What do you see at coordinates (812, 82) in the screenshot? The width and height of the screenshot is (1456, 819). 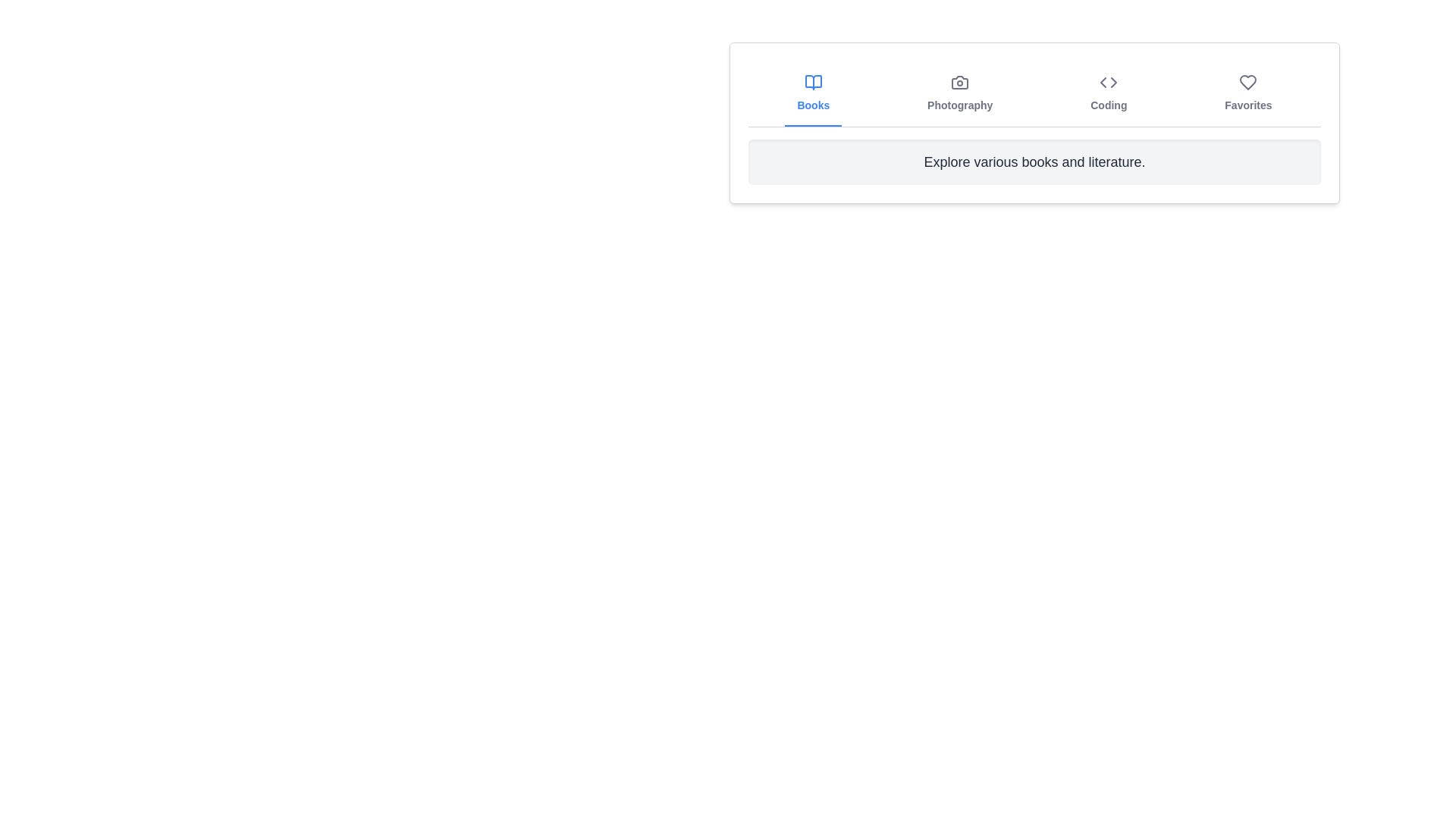 I see `the open book icon in the navigation section labeled 'Books'` at bounding box center [812, 82].